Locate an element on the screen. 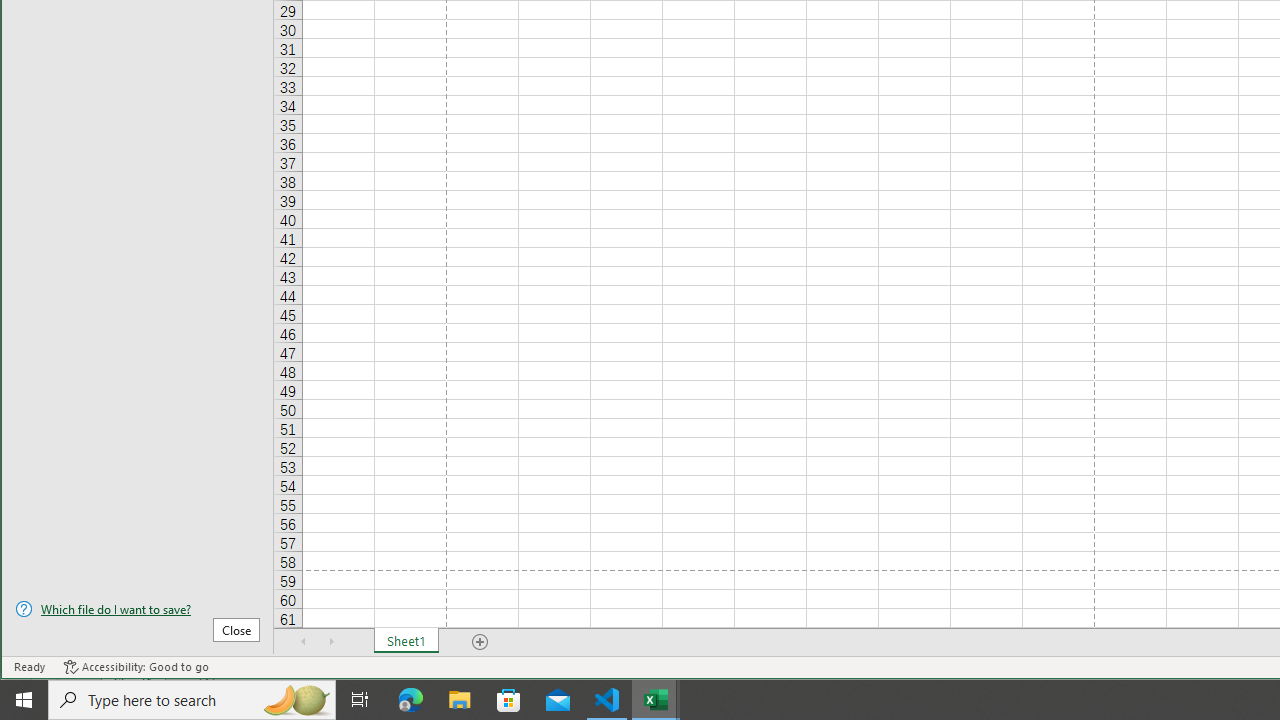 The height and width of the screenshot is (720, 1280). 'Search highlights icon opens search home window' is located at coordinates (294, 698).